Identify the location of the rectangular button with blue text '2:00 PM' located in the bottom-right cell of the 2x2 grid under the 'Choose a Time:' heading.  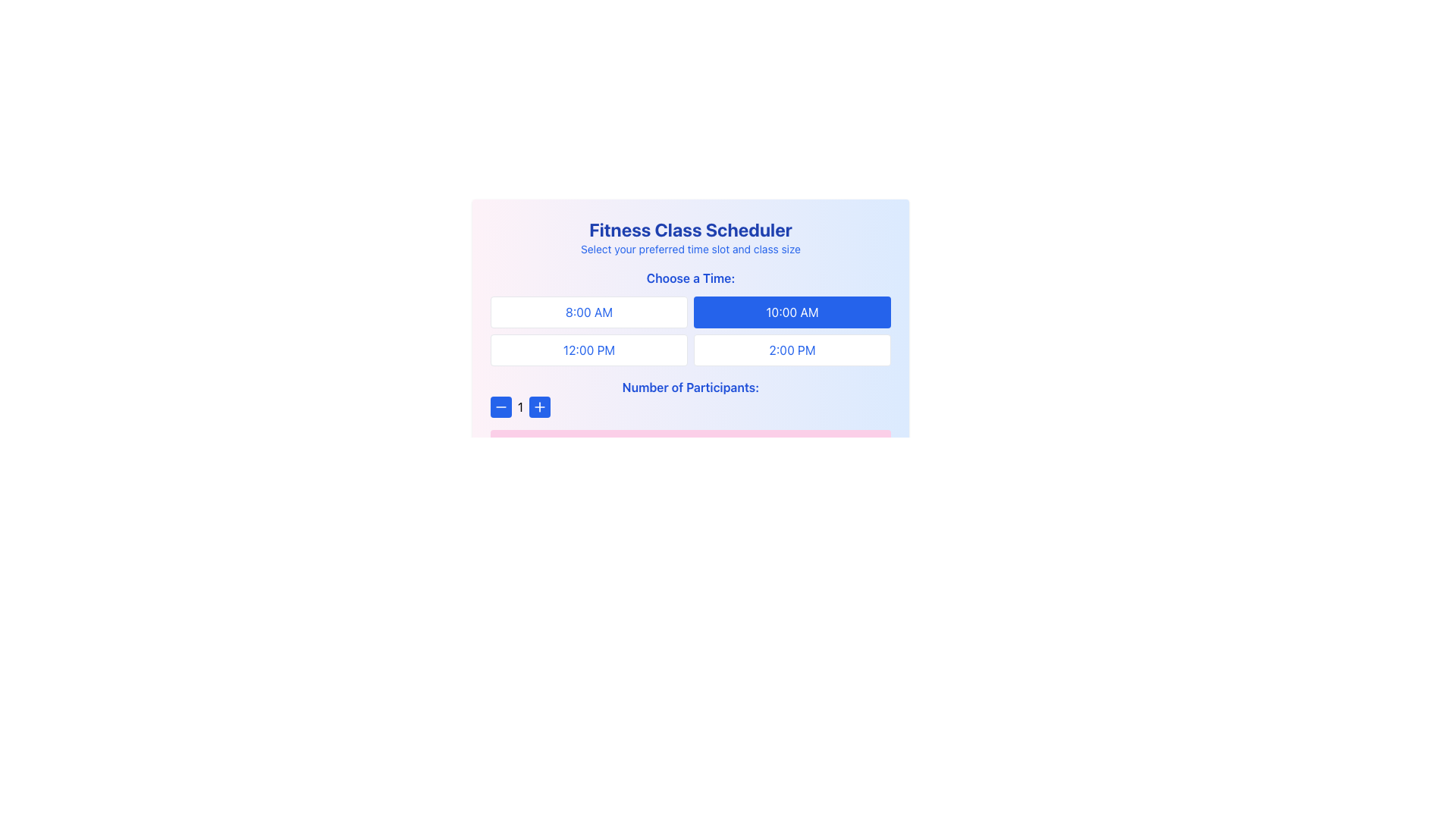
(792, 350).